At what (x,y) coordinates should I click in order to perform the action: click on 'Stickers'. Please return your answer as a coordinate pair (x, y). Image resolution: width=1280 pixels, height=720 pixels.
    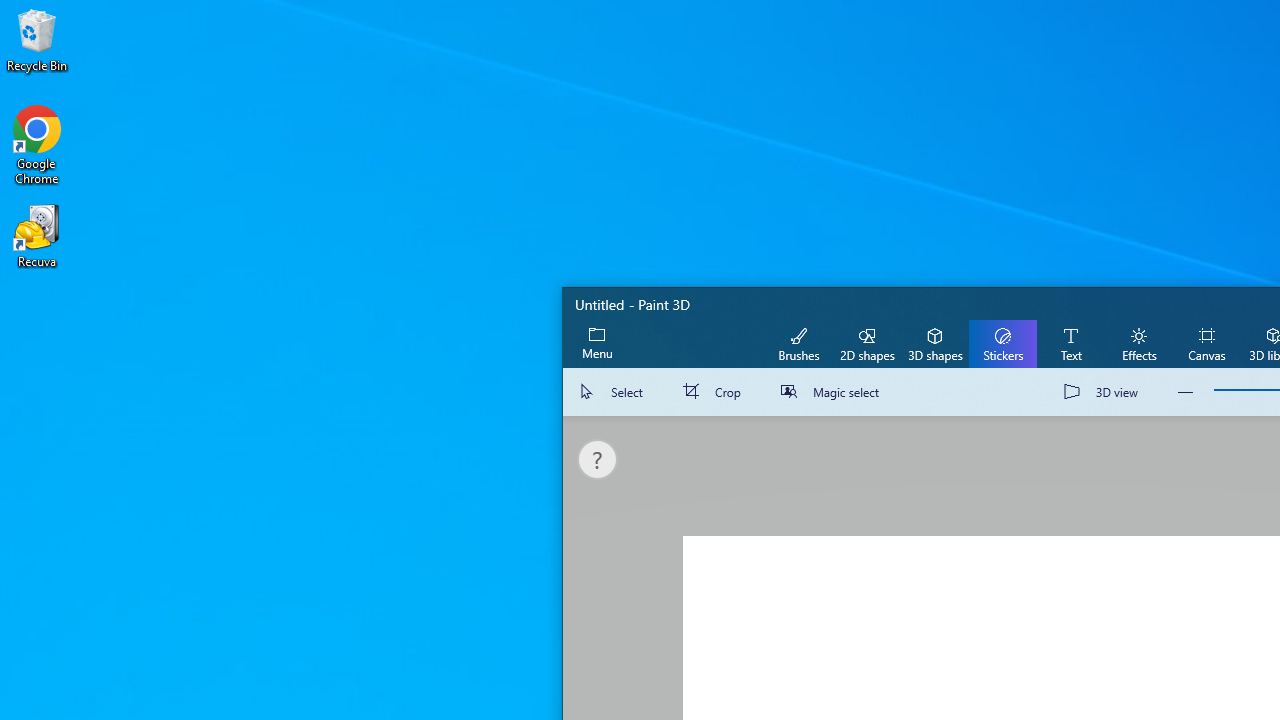
    Looking at the image, I should click on (1002, 342).